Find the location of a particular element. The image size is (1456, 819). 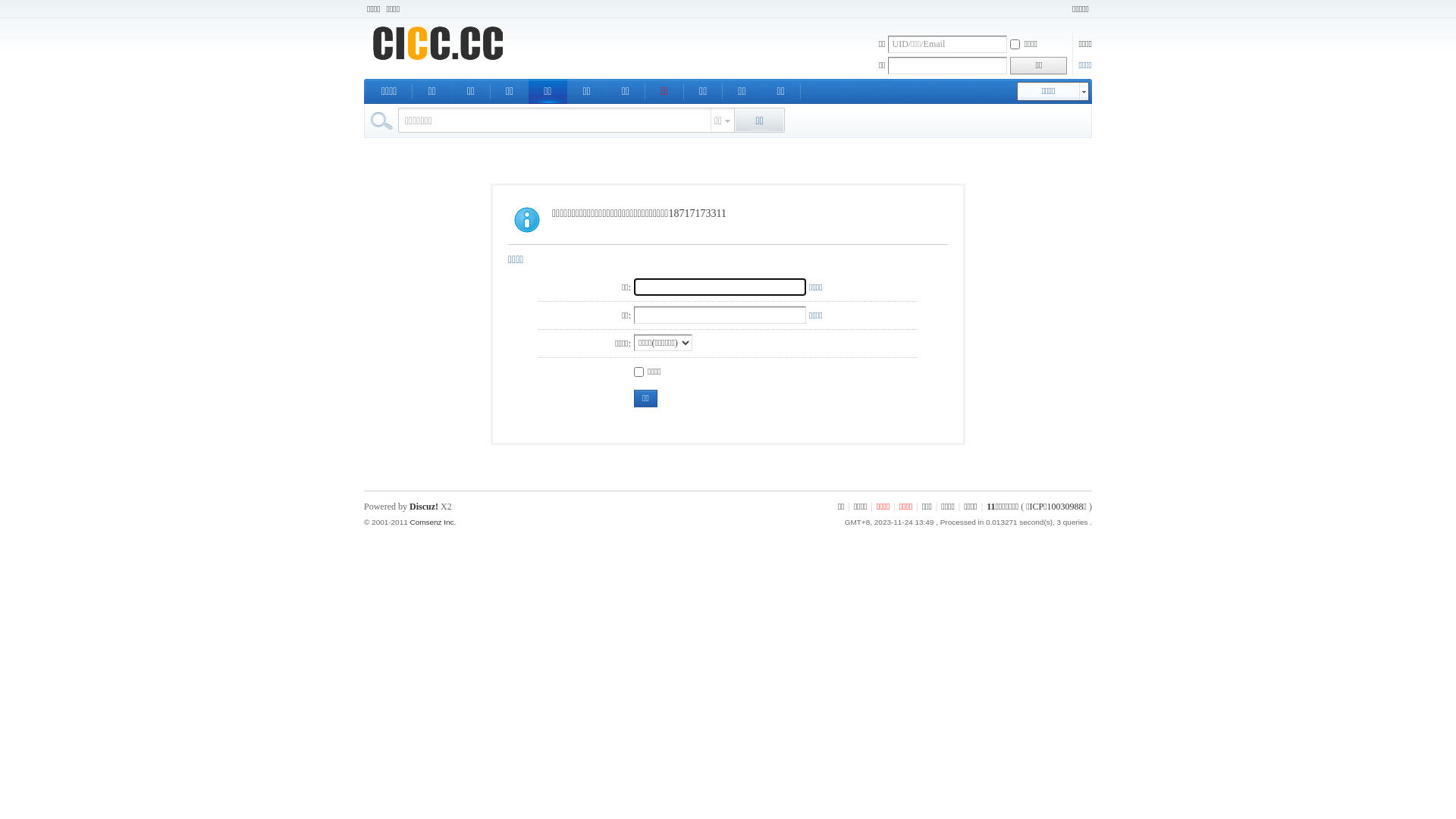

'Comsenz Inc.' is located at coordinates (431, 521).